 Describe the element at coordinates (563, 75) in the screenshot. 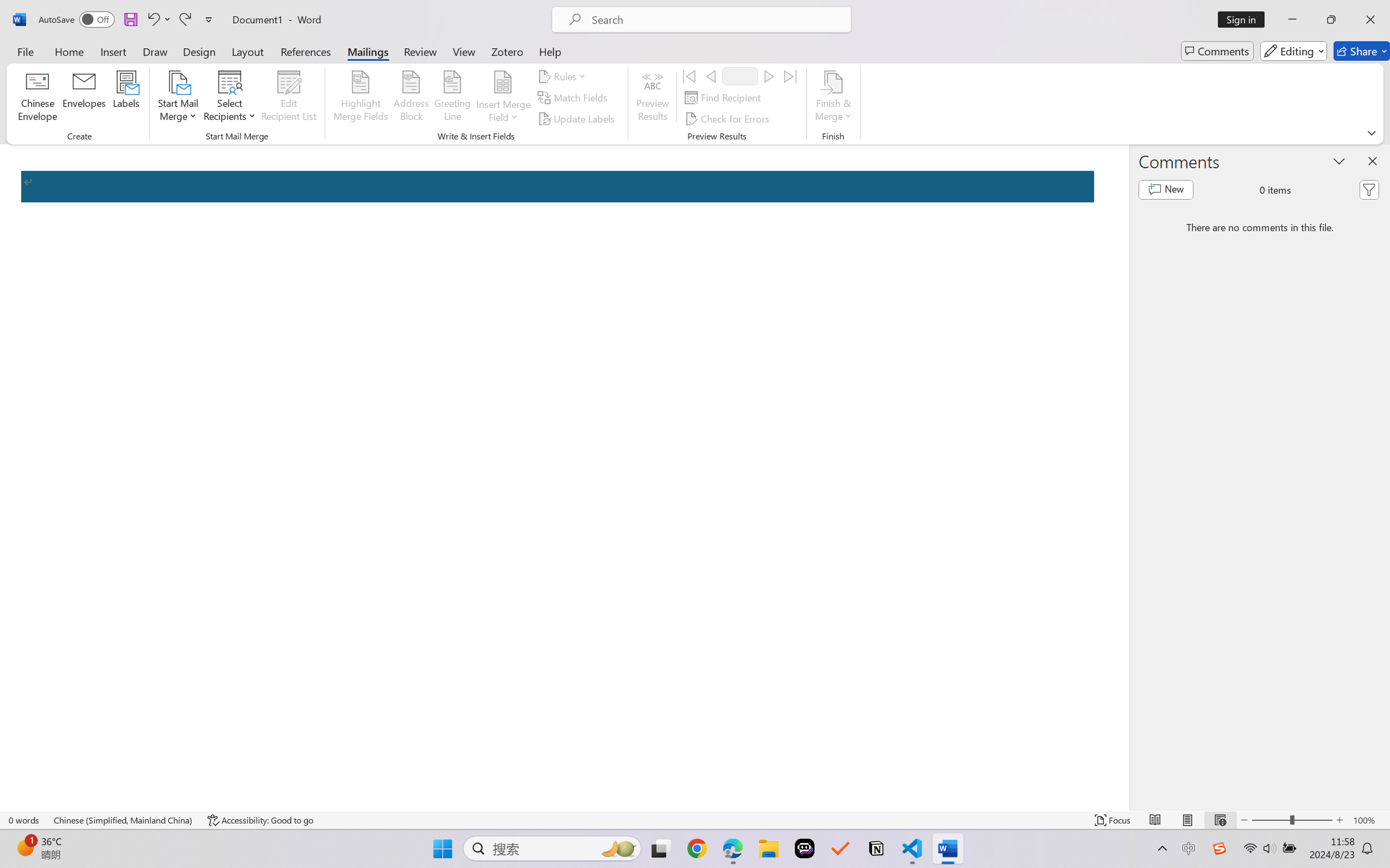

I see `'Rules'` at that location.